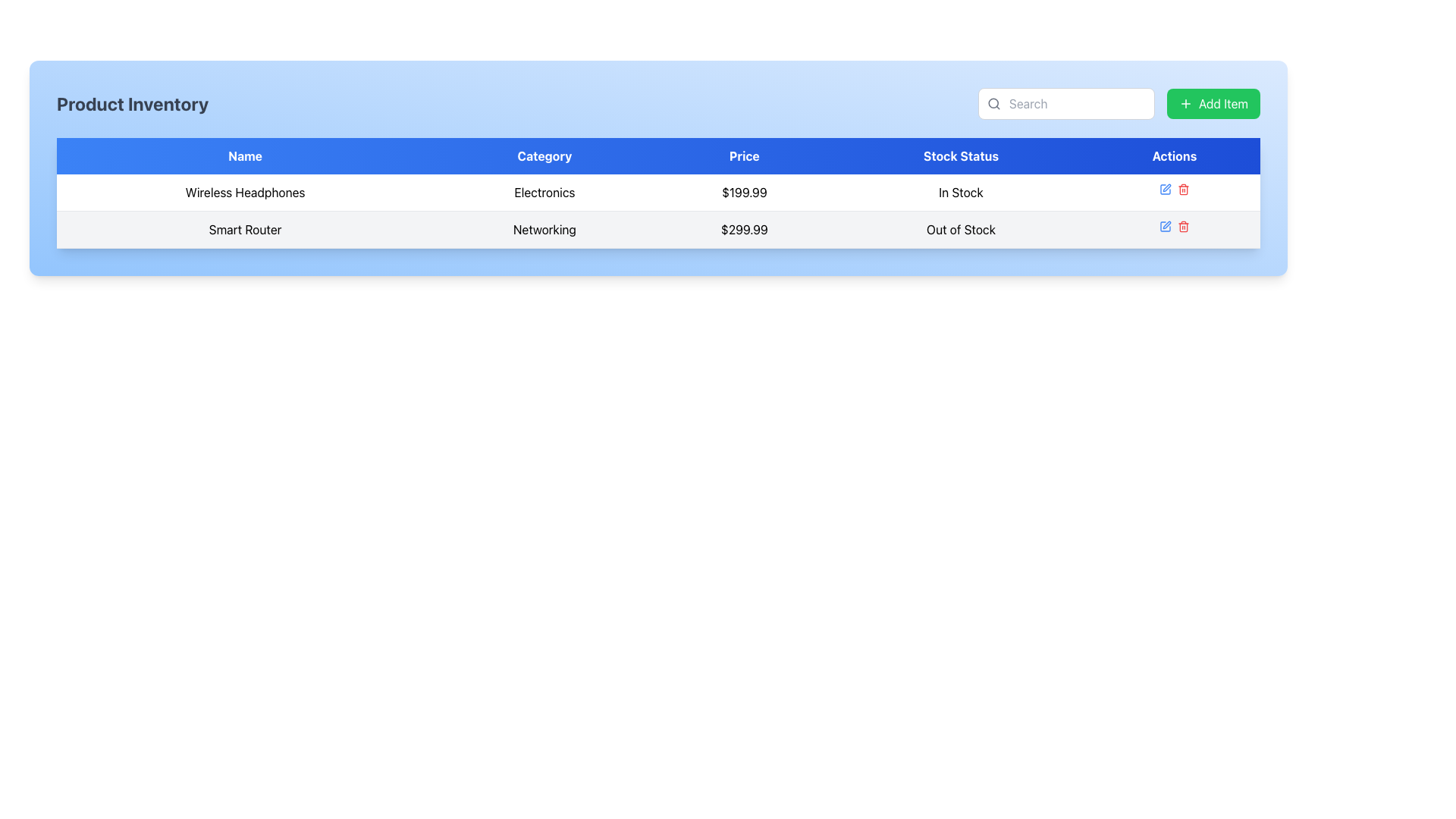 The image size is (1456, 819). I want to click on the small grayscale magnifying glass icon located at the top-left corner of the search input field, so click(993, 103).